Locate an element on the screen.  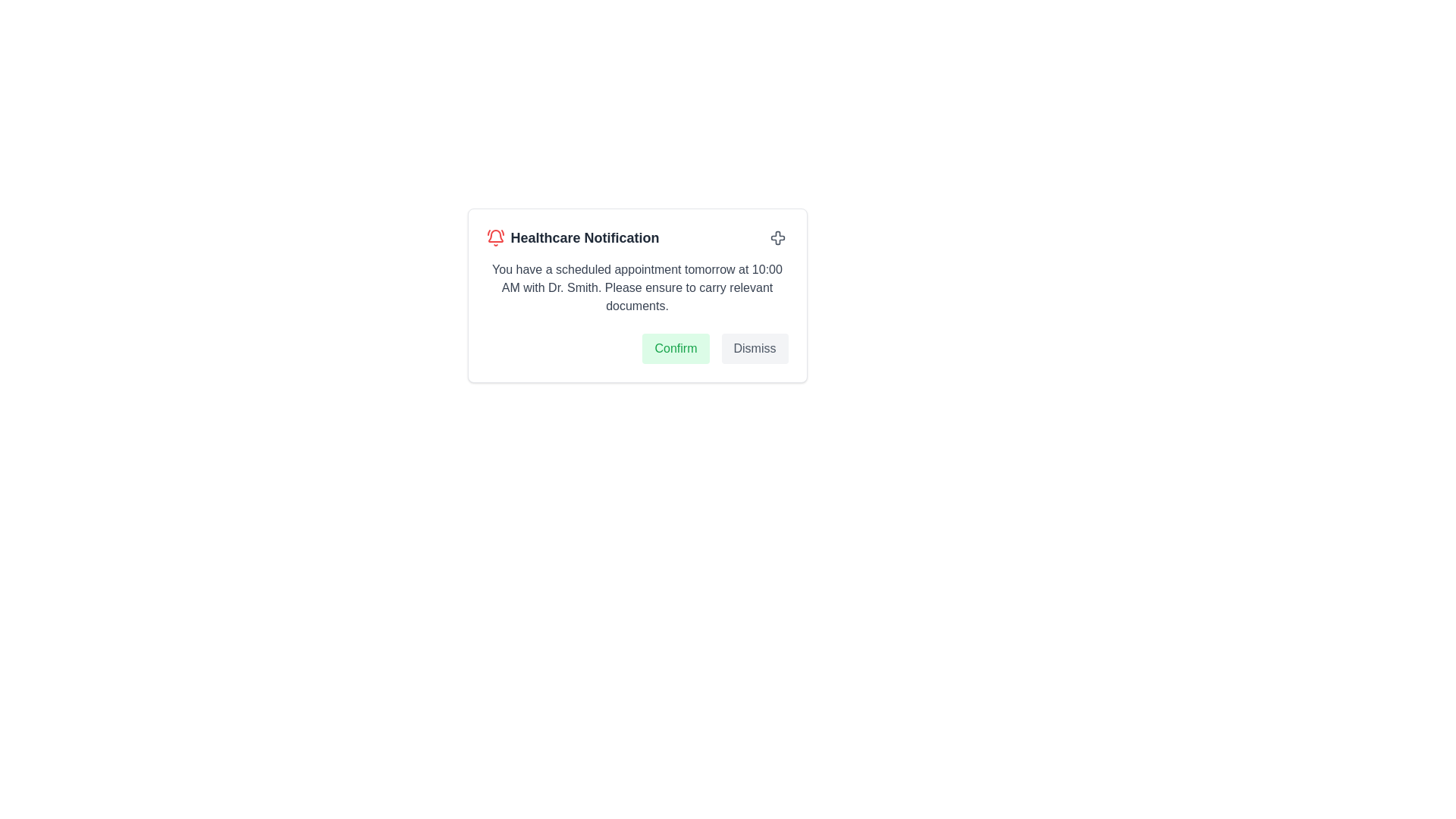
the cross-shaped icon in the upper right corner of the notification panel is located at coordinates (777, 237).